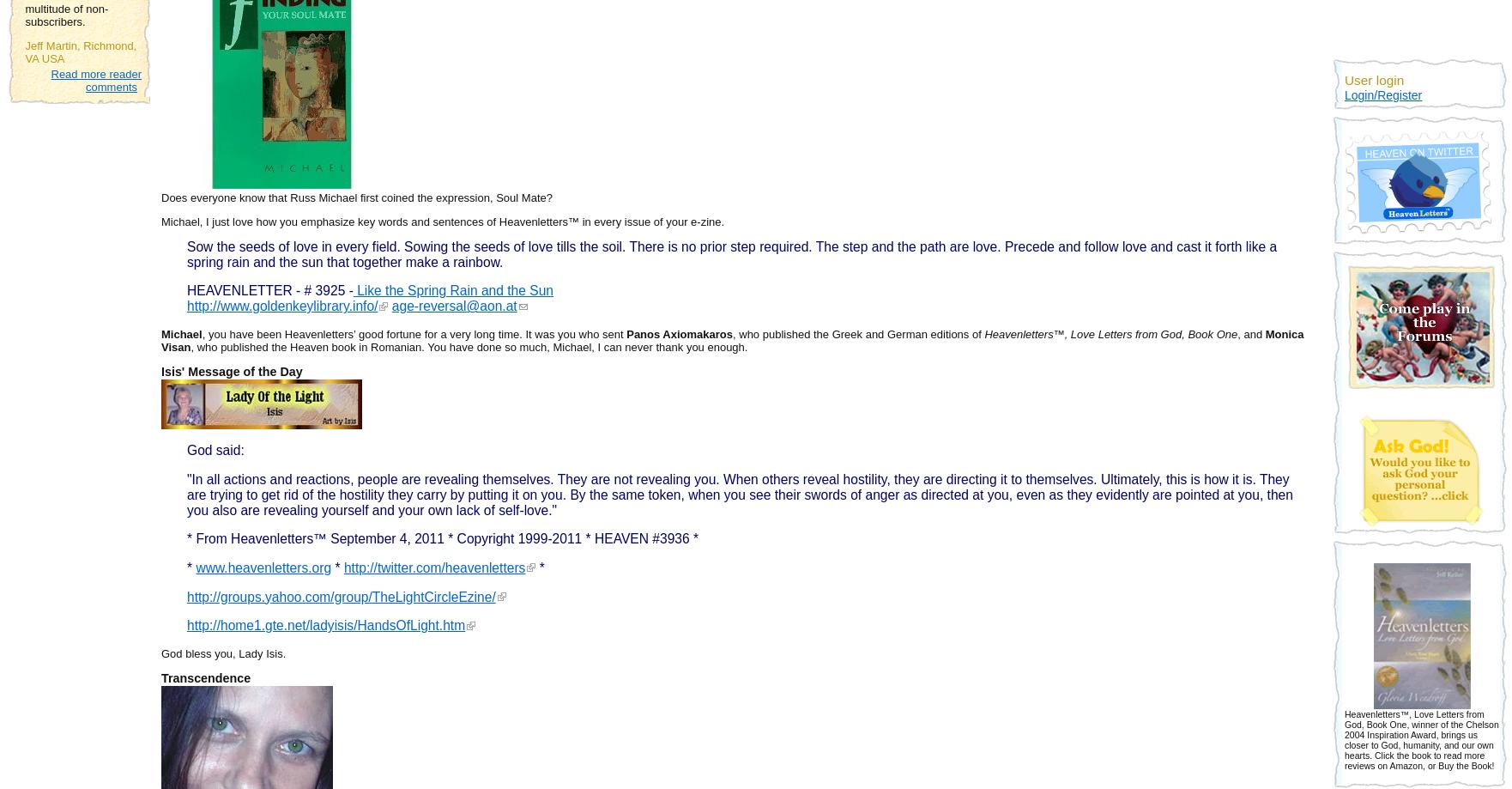  What do you see at coordinates (356, 197) in the screenshot?
I see `'Does everyone know that Russ Michael first coined the expression, Soul Mate?'` at bounding box center [356, 197].